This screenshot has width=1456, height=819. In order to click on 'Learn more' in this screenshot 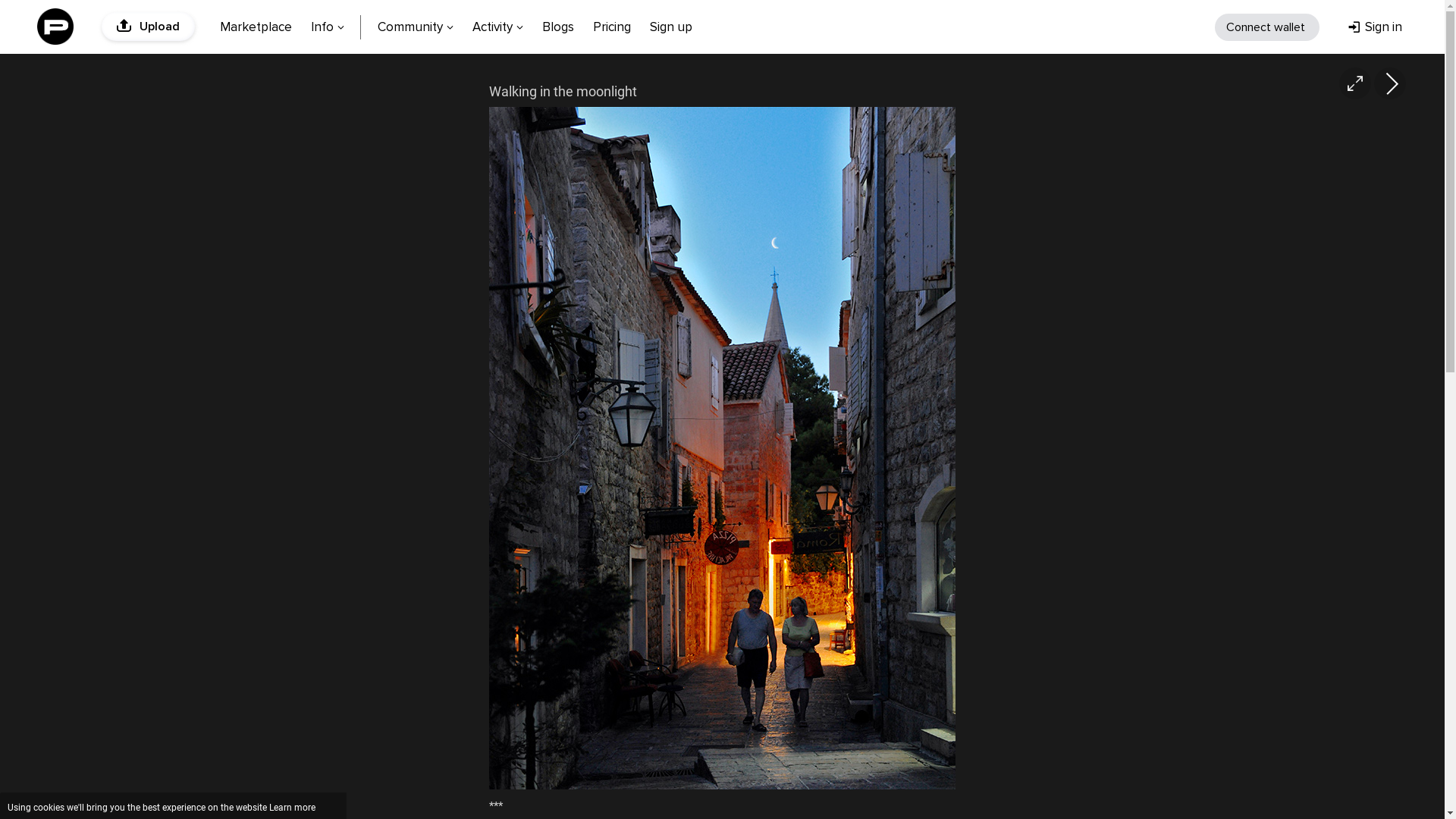, I will do `click(292, 806)`.